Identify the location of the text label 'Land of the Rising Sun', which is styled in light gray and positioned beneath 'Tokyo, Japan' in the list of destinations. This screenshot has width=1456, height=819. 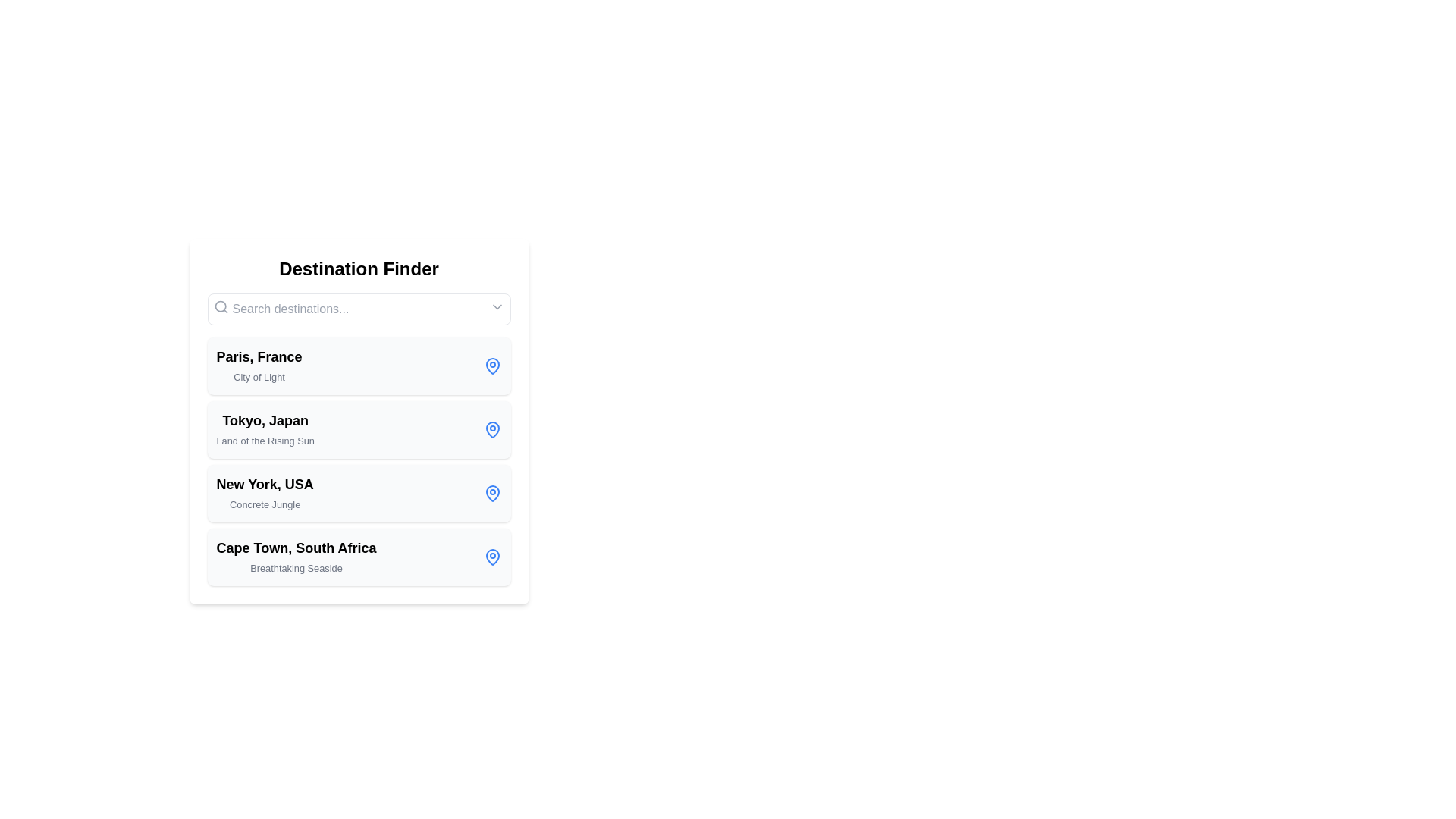
(265, 441).